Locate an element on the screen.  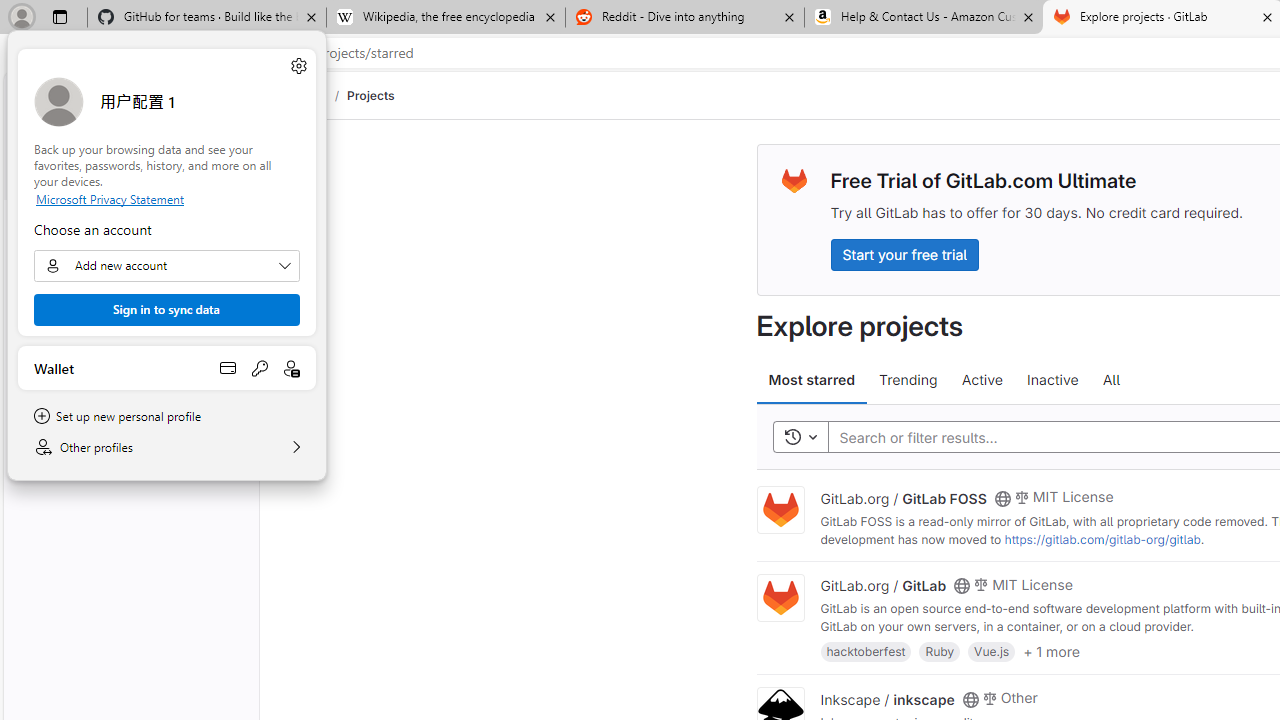
'Class: project' is located at coordinates (779, 596).